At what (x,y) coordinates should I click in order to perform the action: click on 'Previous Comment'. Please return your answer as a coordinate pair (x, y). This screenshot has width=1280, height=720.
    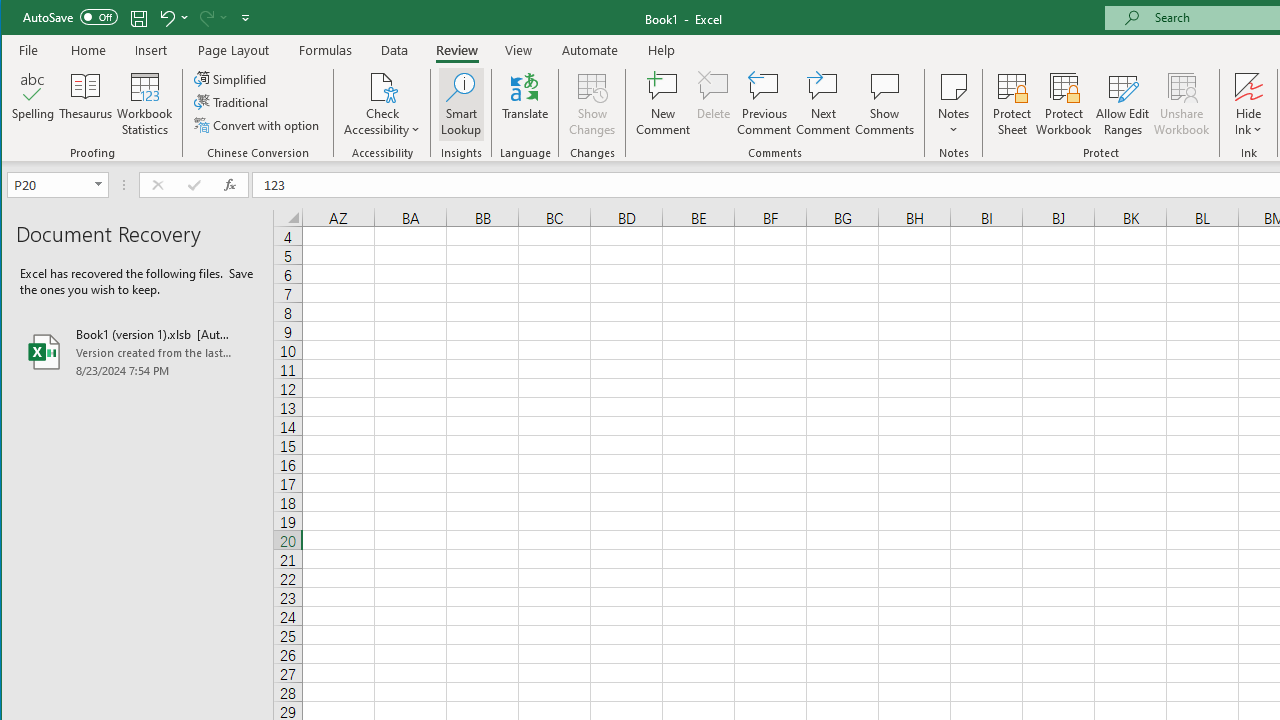
    Looking at the image, I should click on (763, 104).